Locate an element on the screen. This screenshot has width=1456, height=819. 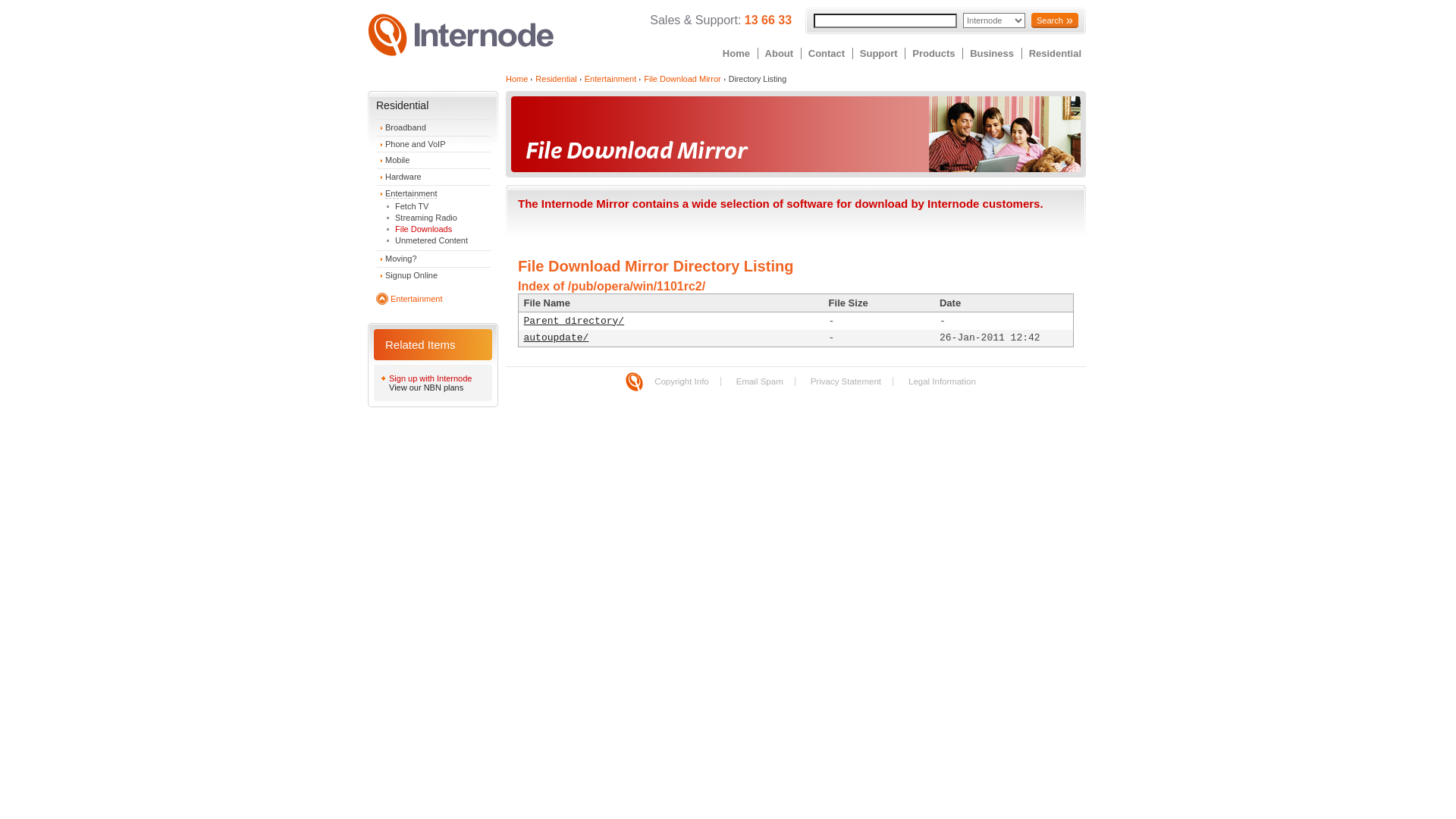
'Parent directory/' is located at coordinates (523, 320).